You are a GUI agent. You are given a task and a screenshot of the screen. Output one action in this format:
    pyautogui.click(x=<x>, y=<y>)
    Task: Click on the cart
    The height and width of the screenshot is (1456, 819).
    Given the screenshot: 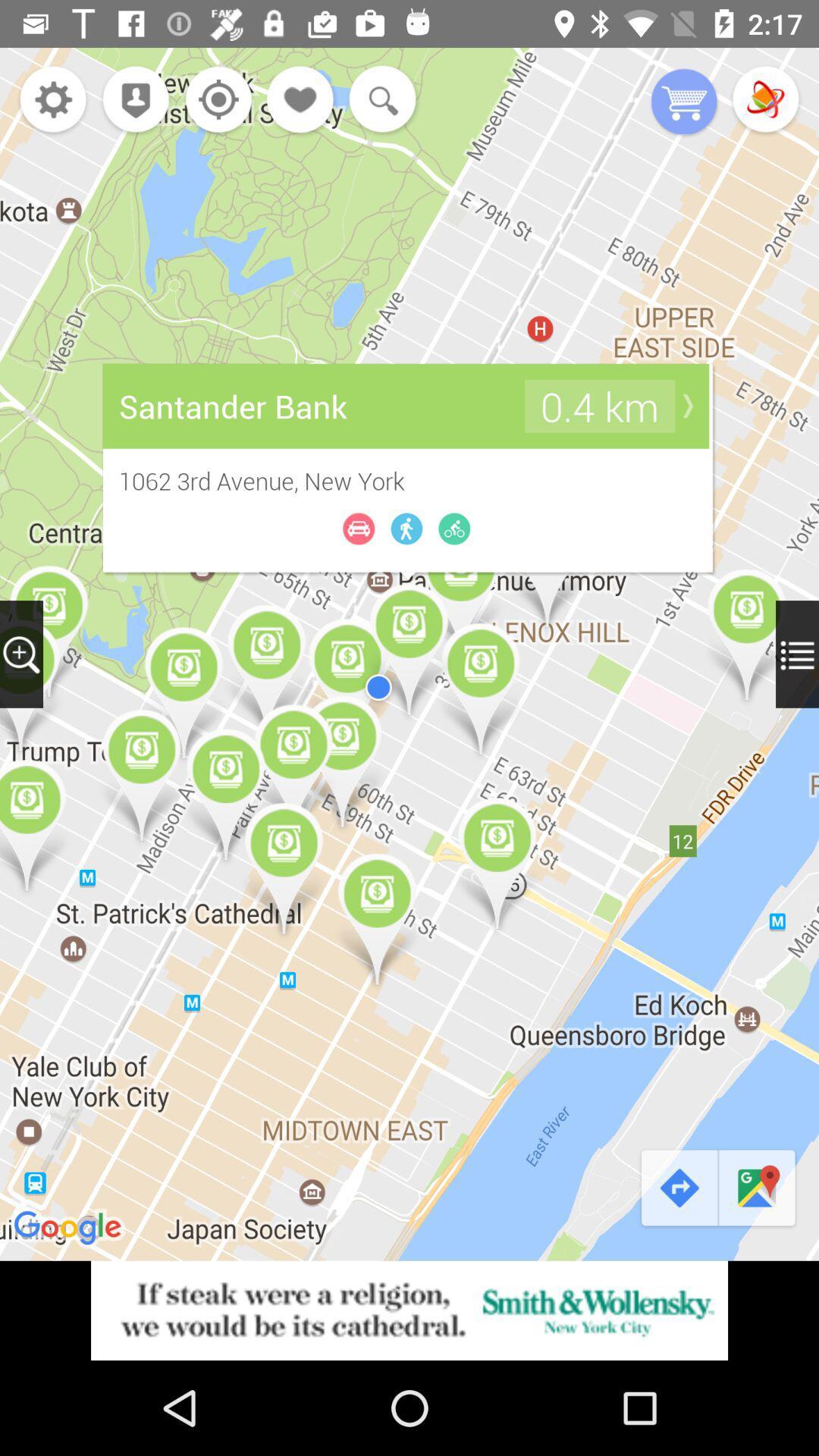 What is the action you would take?
    pyautogui.click(x=684, y=102)
    